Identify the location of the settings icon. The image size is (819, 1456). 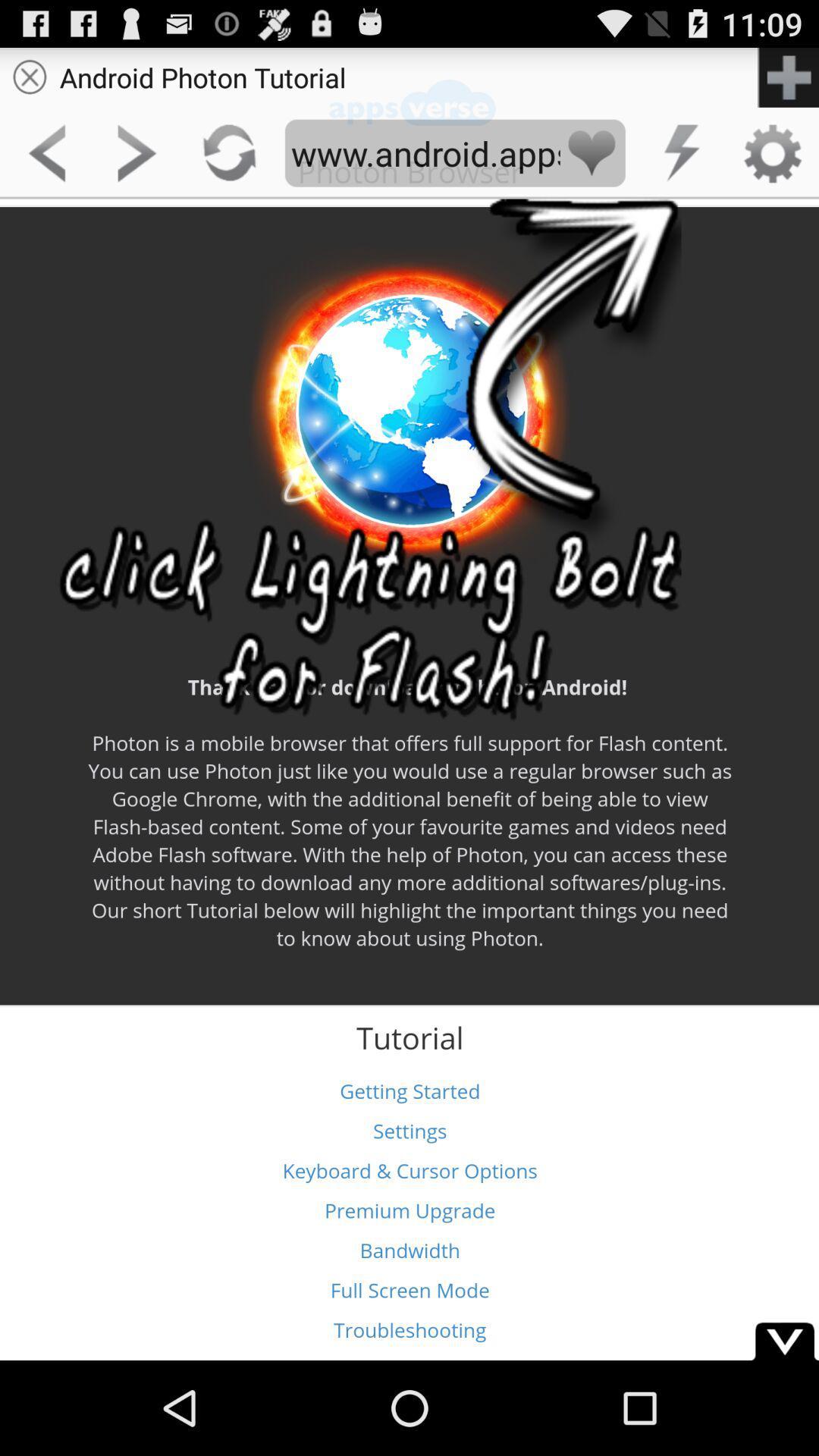
(773, 164).